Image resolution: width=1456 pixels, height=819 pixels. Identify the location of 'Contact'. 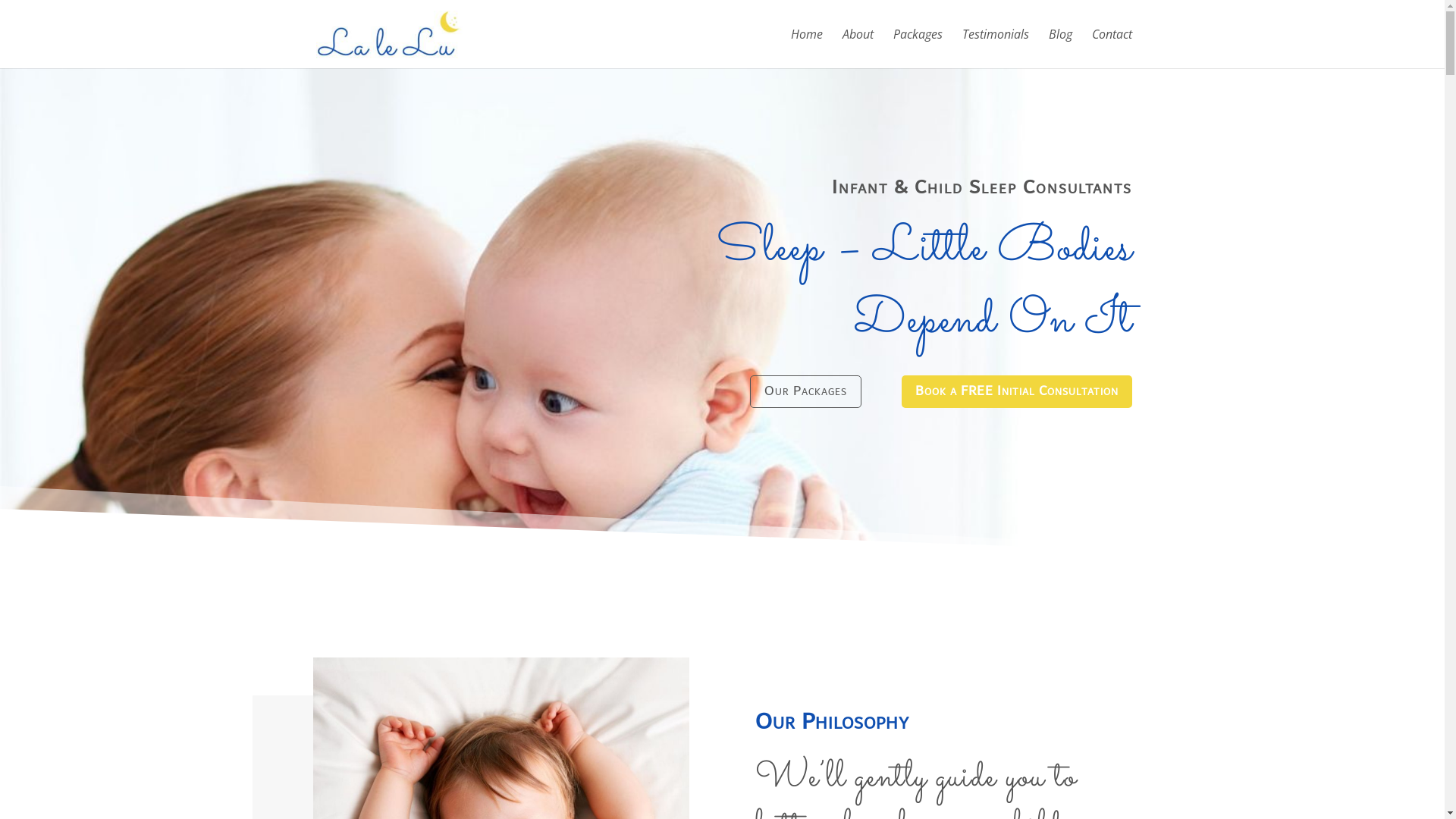
(1112, 48).